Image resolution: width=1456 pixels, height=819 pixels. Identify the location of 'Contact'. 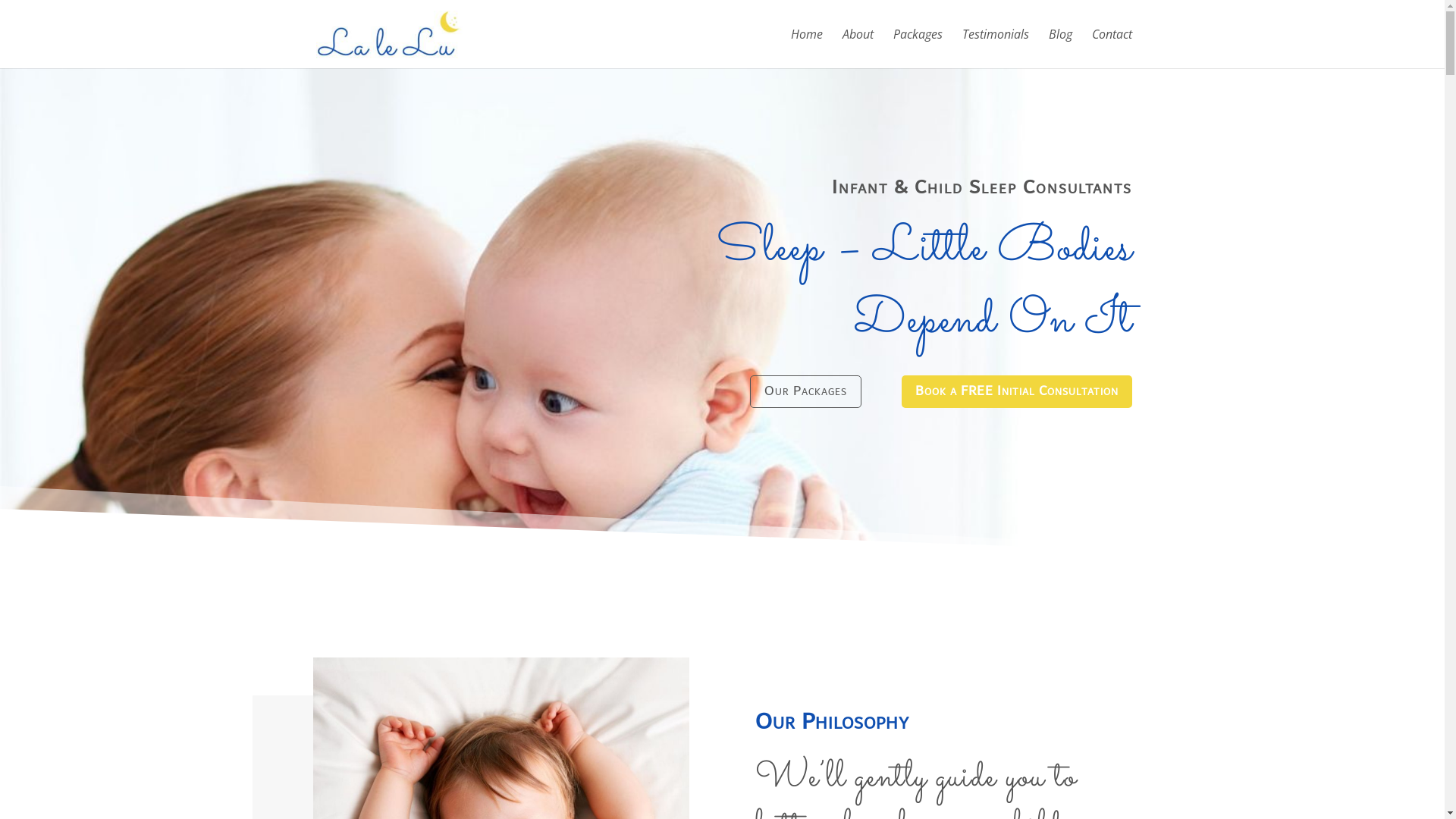
(1112, 48).